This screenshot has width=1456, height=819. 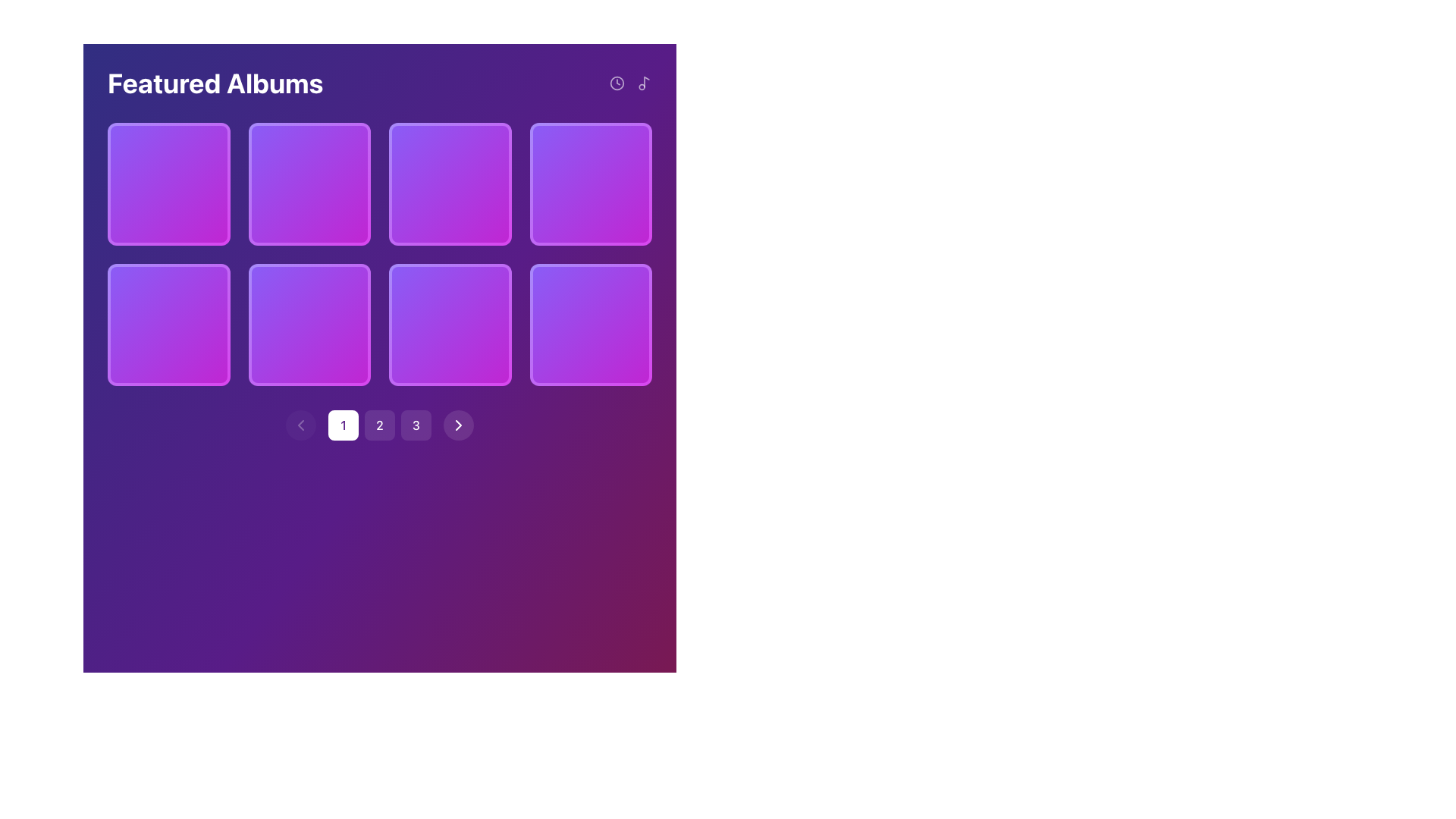 What do you see at coordinates (309, 183) in the screenshot?
I see `the clickable card in the 'Featured Albums' section, located in the second position of the first row` at bounding box center [309, 183].